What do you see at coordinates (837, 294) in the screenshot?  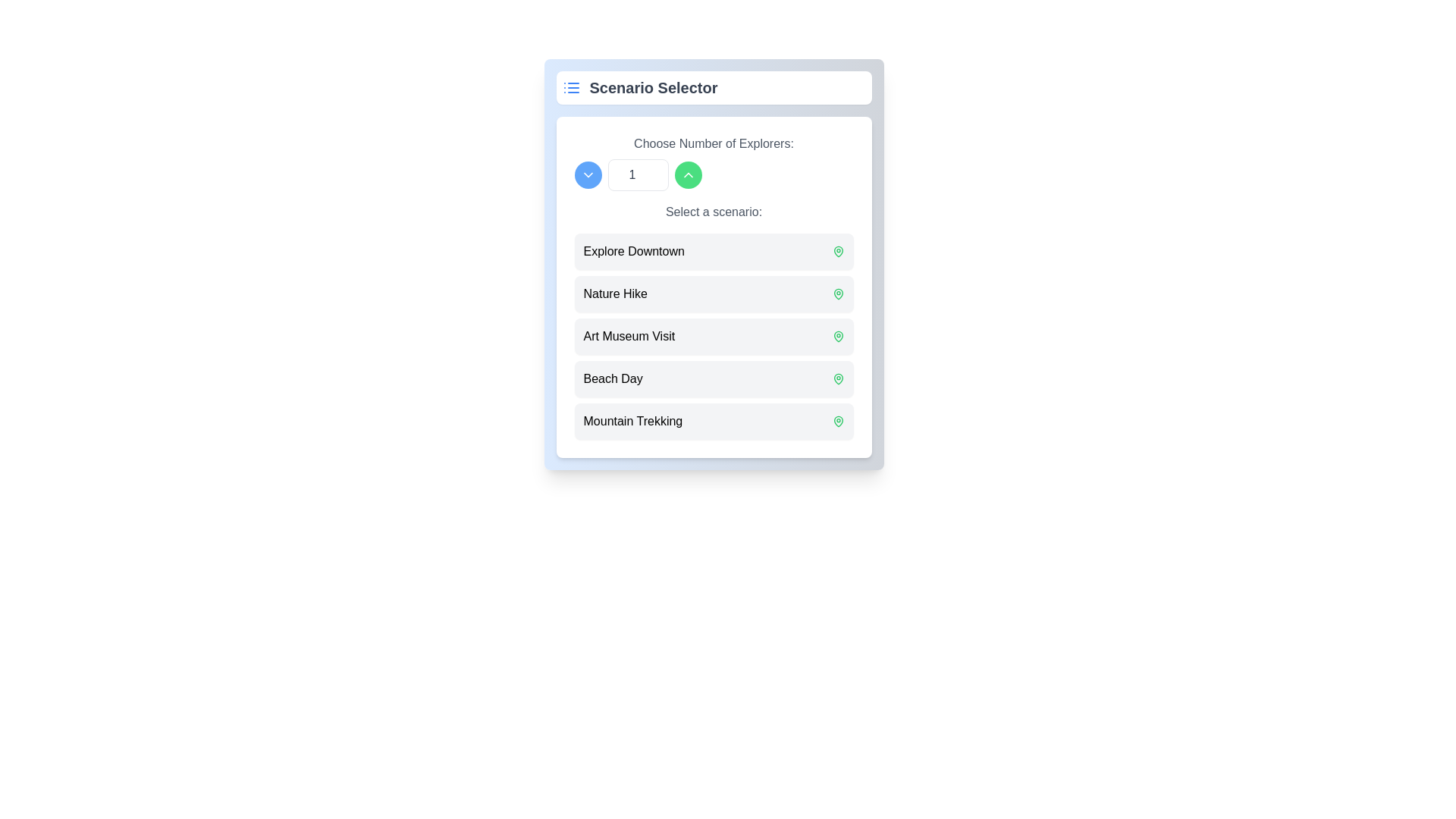 I see `the map pin icon located to the right of the 'Nature Hike' text` at bounding box center [837, 294].